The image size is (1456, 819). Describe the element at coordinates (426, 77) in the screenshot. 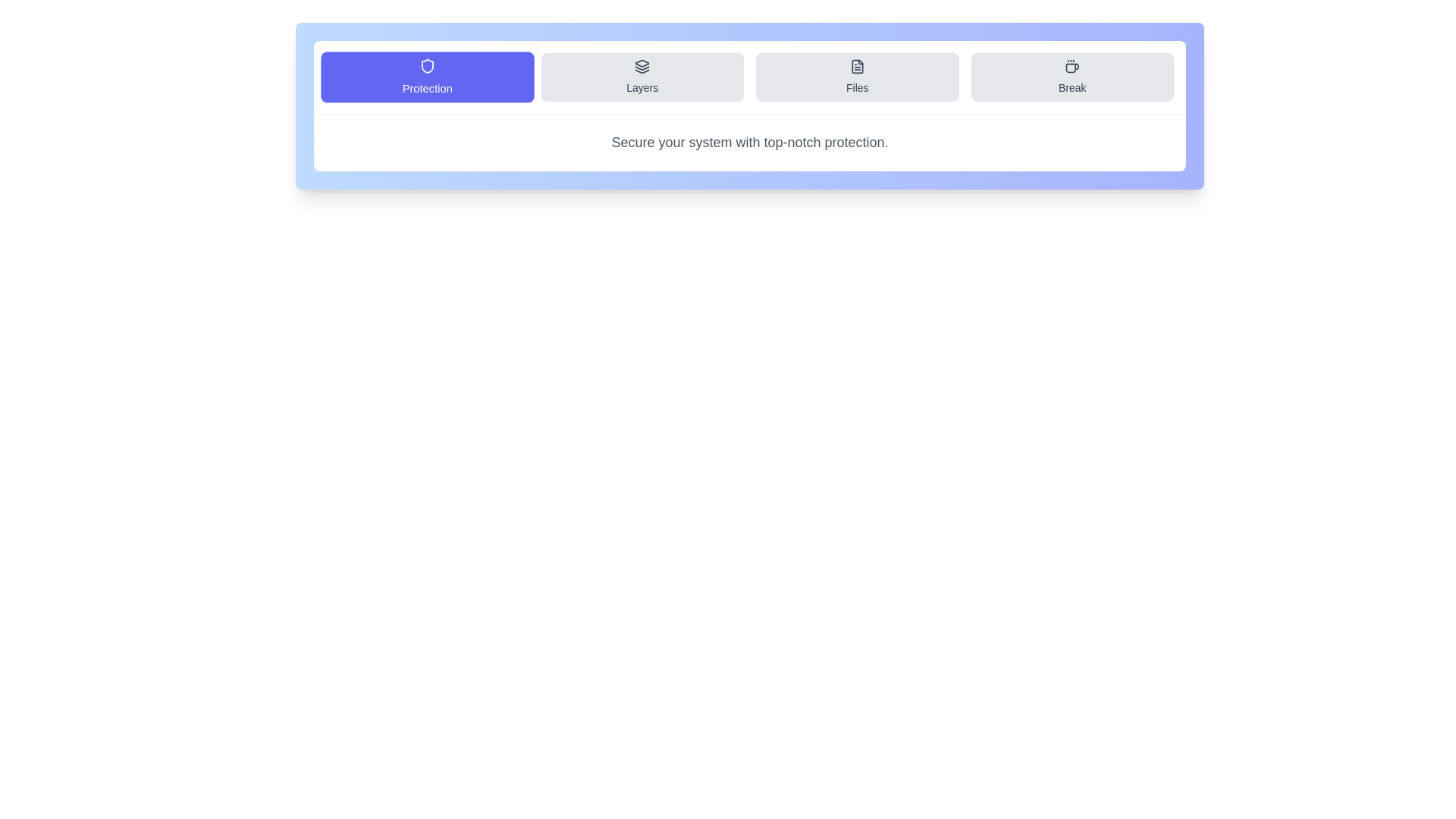

I see `the tab labeled Protection to switch to it` at that location.